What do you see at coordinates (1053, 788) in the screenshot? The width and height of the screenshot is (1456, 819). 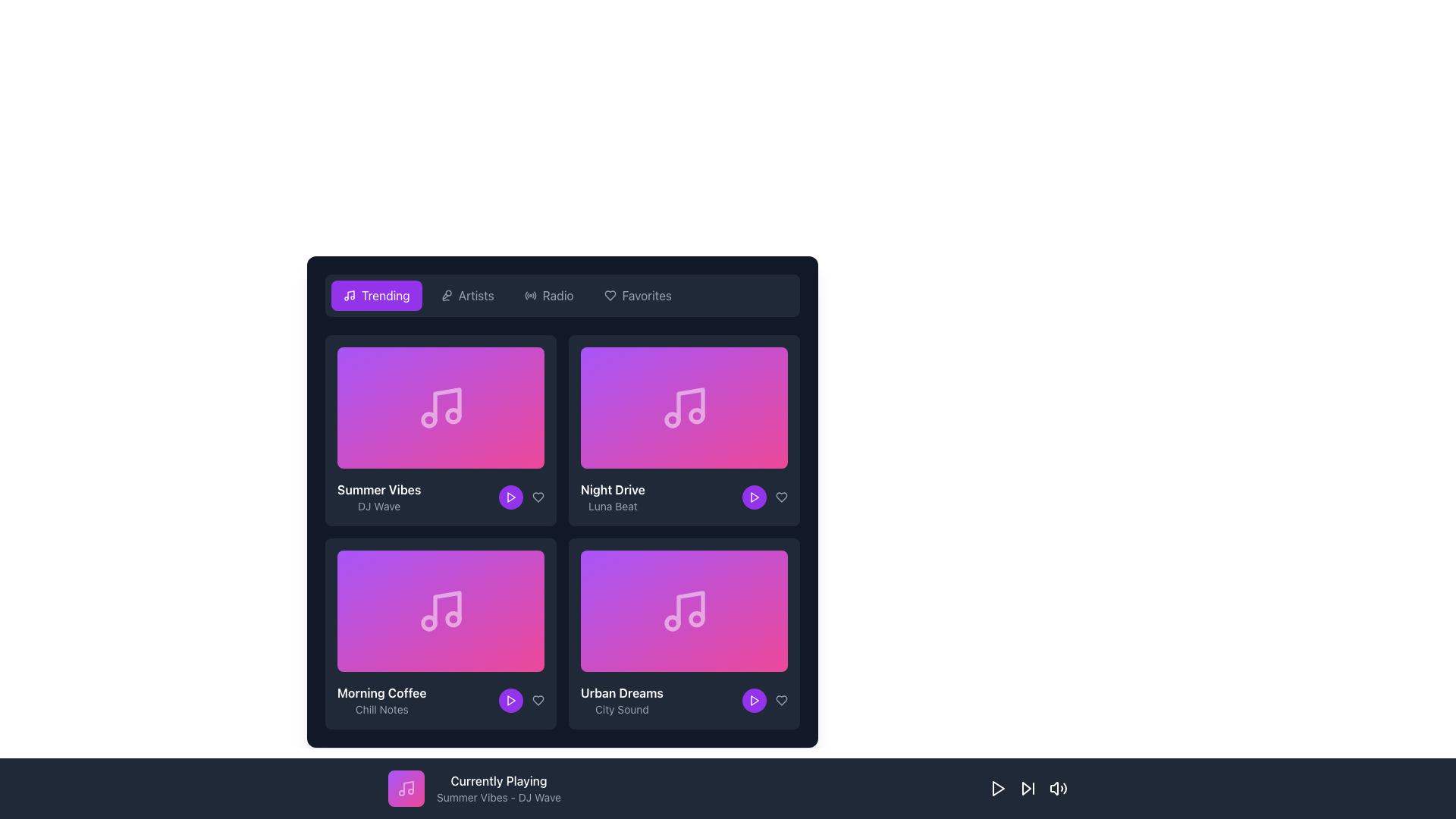 I see `the speaker icon located to the left of the playback controls in the bottom navigation bar` at bounding box center [1053, 788].